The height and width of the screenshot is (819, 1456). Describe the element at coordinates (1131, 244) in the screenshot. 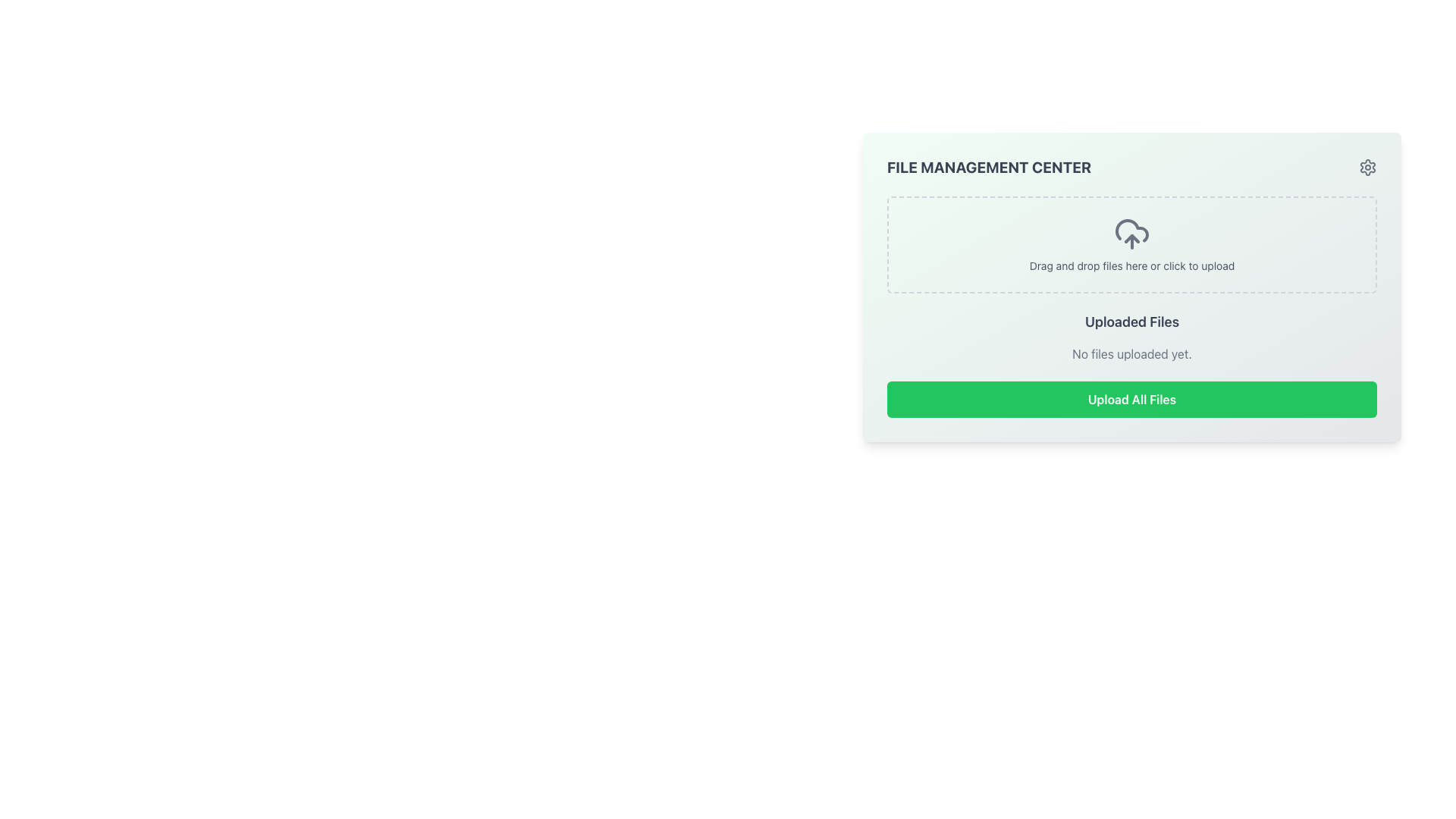

I see `and drop files into the file input field located at the center of the file upload zone marked with dashed borders` at that location.